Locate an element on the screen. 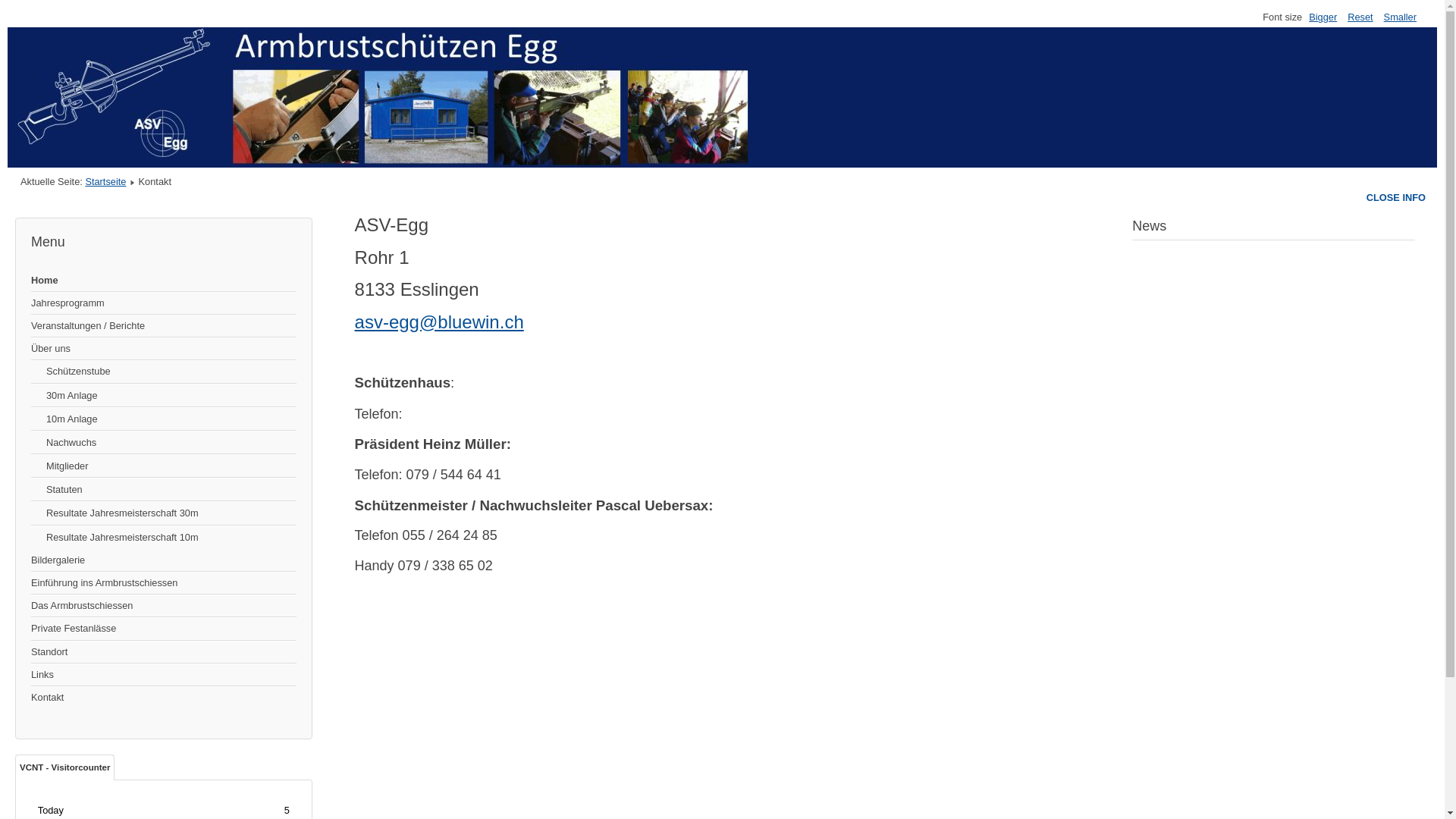 The height and width of the screenshot is (819, 1456). 'Statuten' is located at coordinates (164, 489).